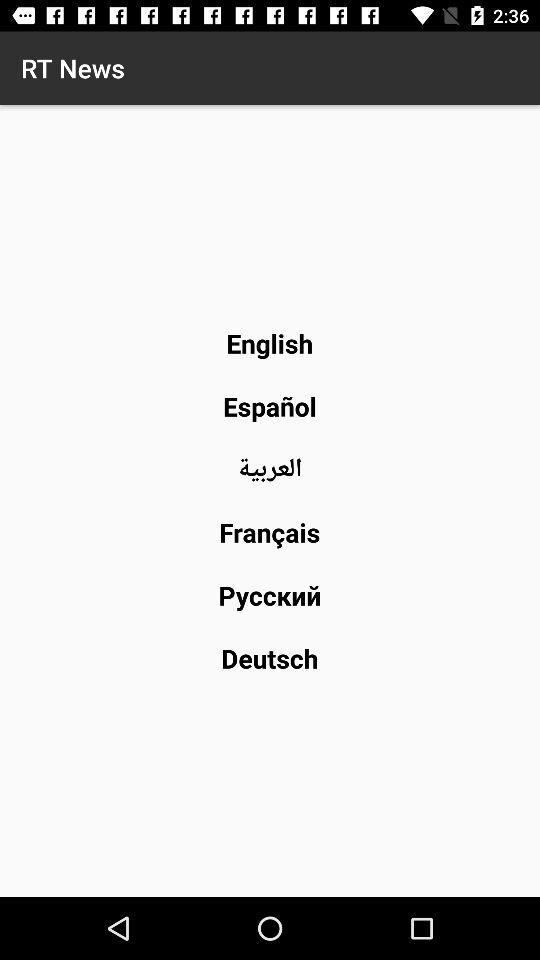 This screenshot has width=540, height=960. What do you see at coordinates (270, 405) in the screenshot?
I see `the item below the english icon` at bounding box center [270, 405].